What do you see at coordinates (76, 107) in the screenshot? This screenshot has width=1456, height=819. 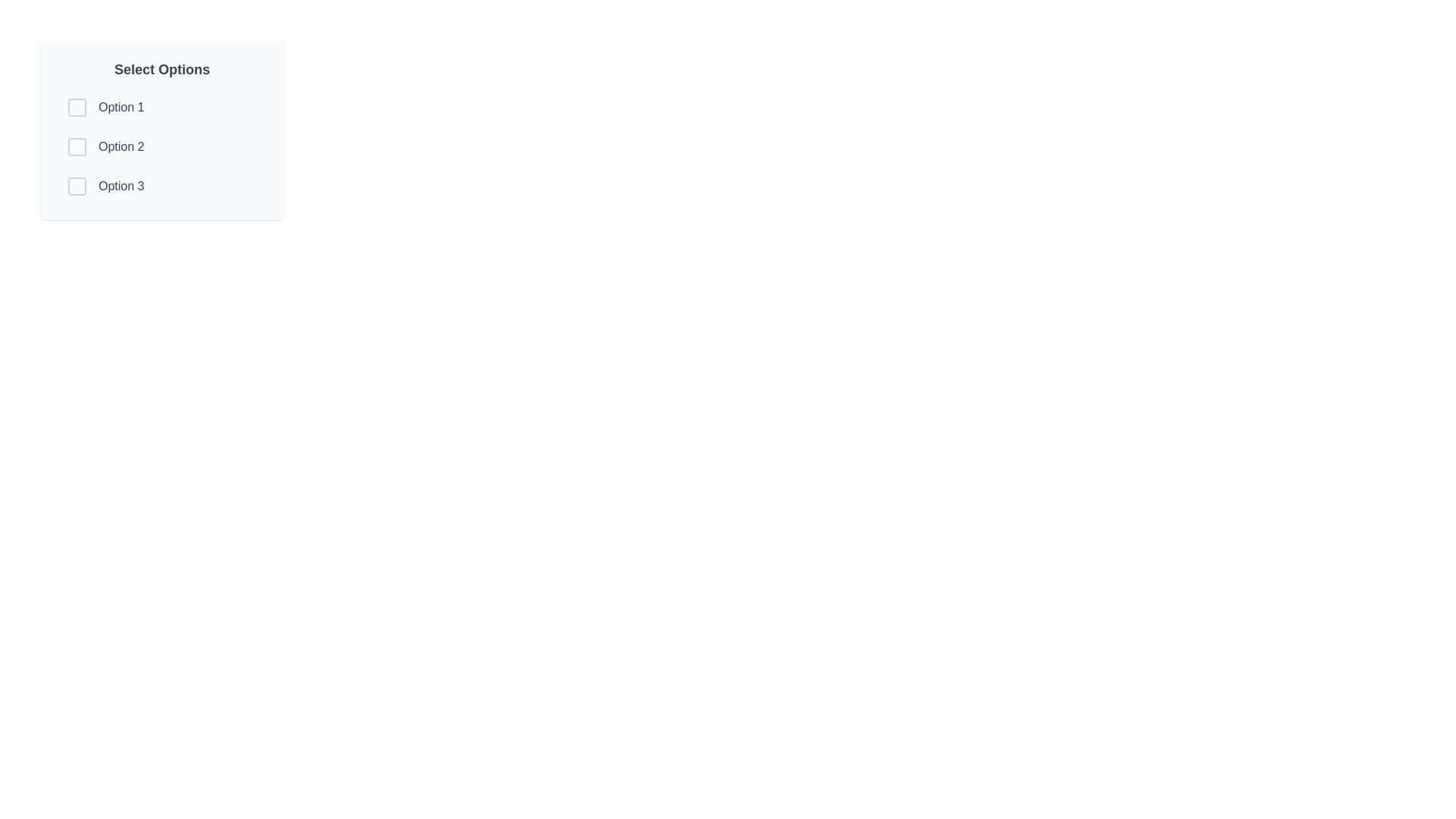 I see `the small square checkbox with a gray border and rounded corners located to the left of 'Option 1'` at bounding box center [76, 107].